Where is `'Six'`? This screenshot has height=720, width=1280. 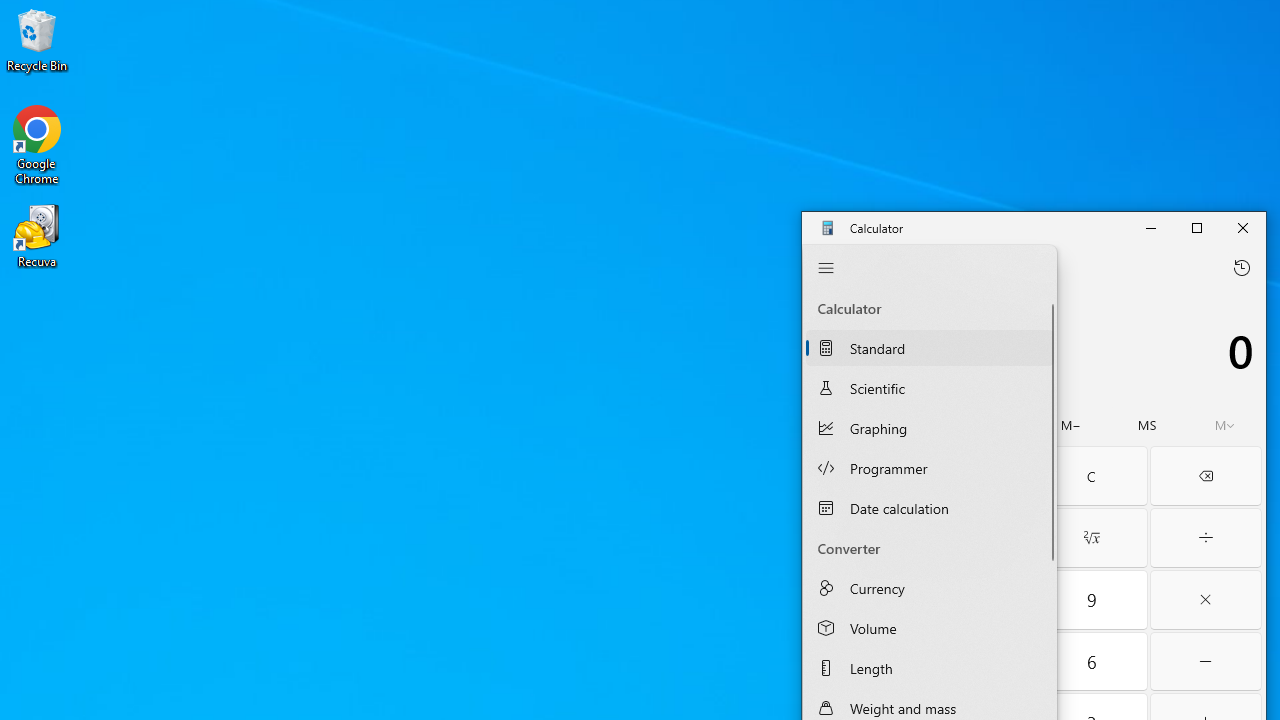
'Six' is located at coordinates (1090, 661).